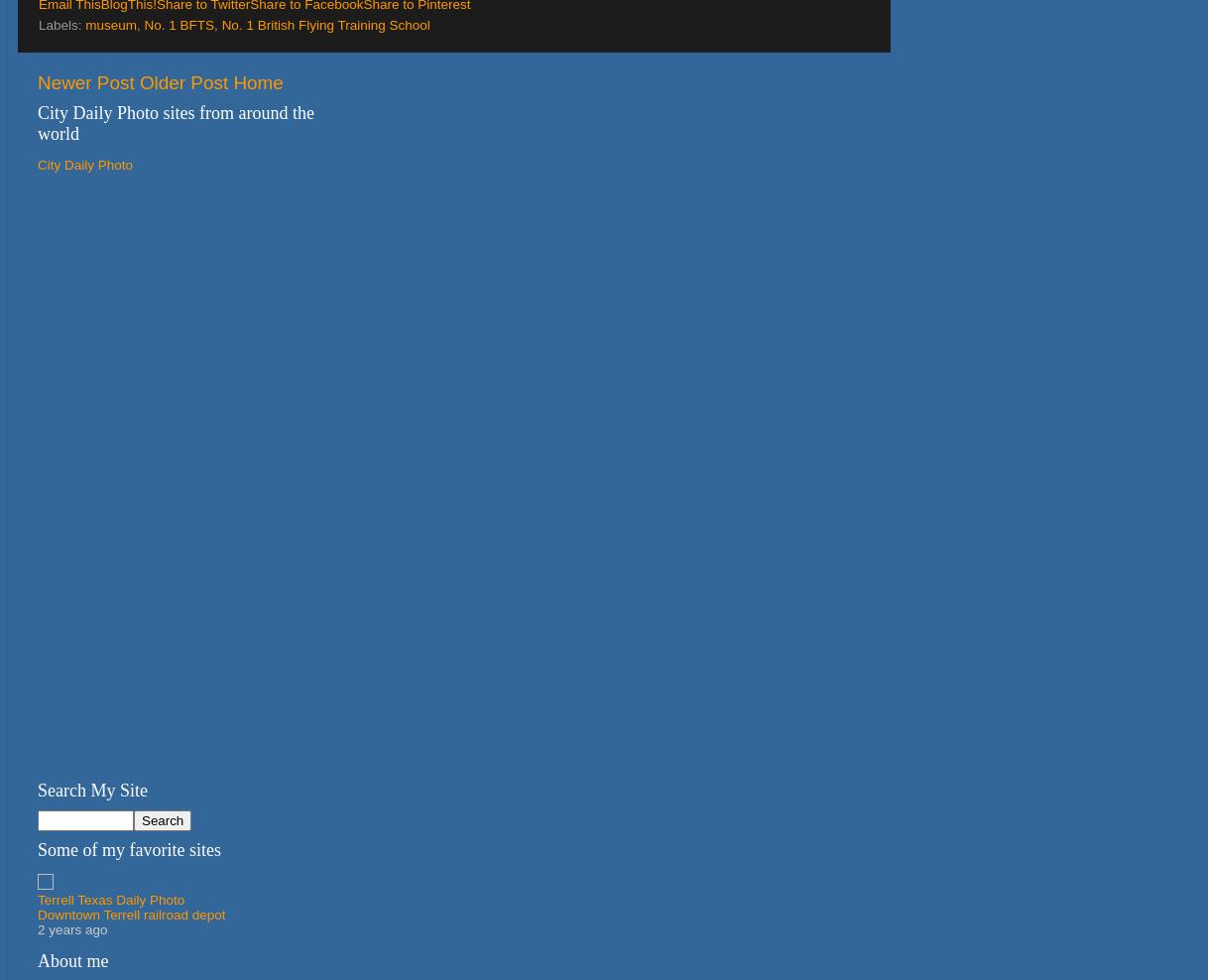 Image resolution: width=1208 pixels, height=980 pixels. Describe the element at coordinates (175, 122) in the screenshot. I see `'City Daily Photo sites from around the world'` at that location.